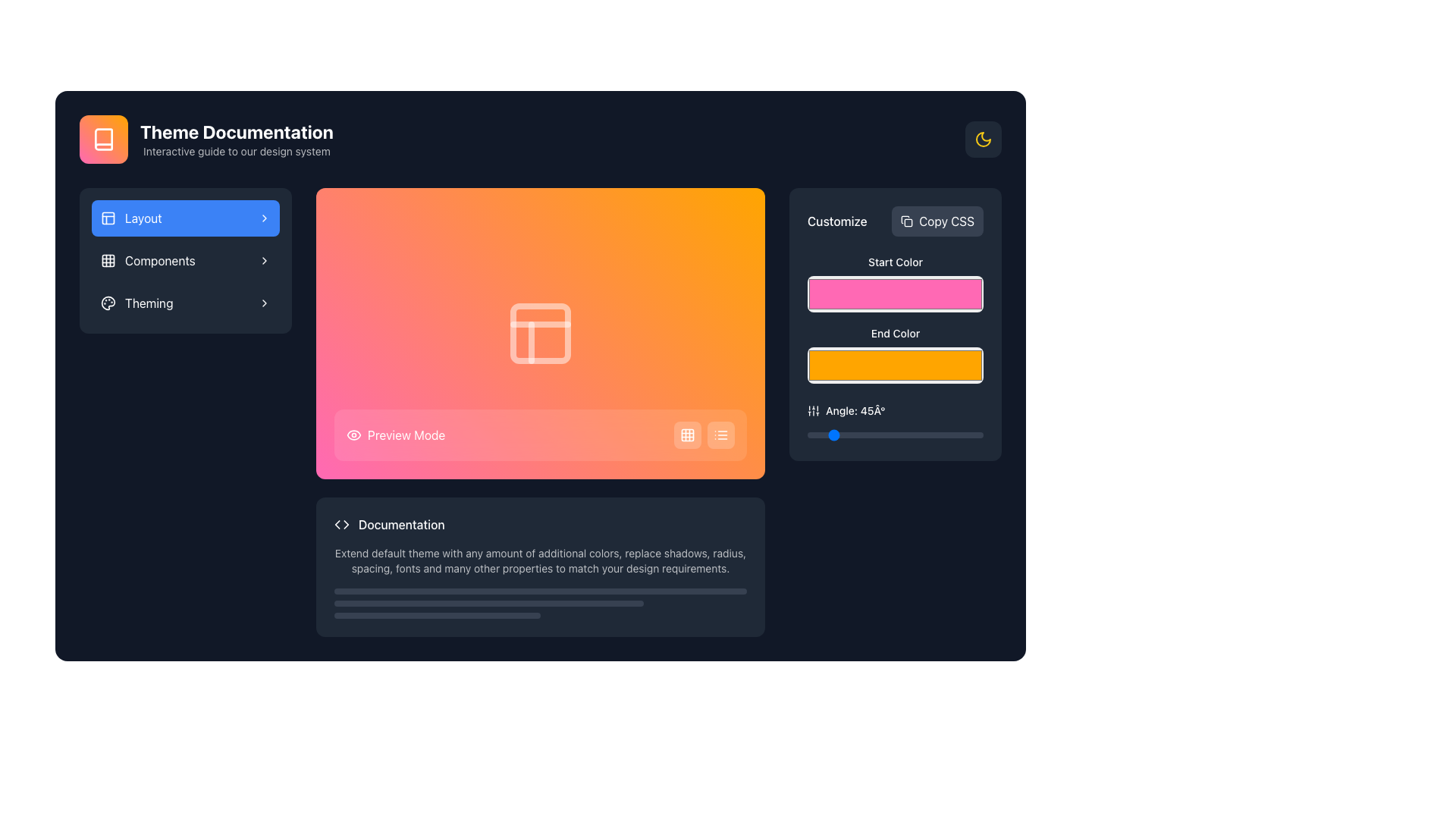 The image size is (1456, 819). Describe the element at coordinates (687, 435) in the screenshot. I see `the first button in the bottom-right corner of the gradient-colored area to trigger a visual response` at that location.